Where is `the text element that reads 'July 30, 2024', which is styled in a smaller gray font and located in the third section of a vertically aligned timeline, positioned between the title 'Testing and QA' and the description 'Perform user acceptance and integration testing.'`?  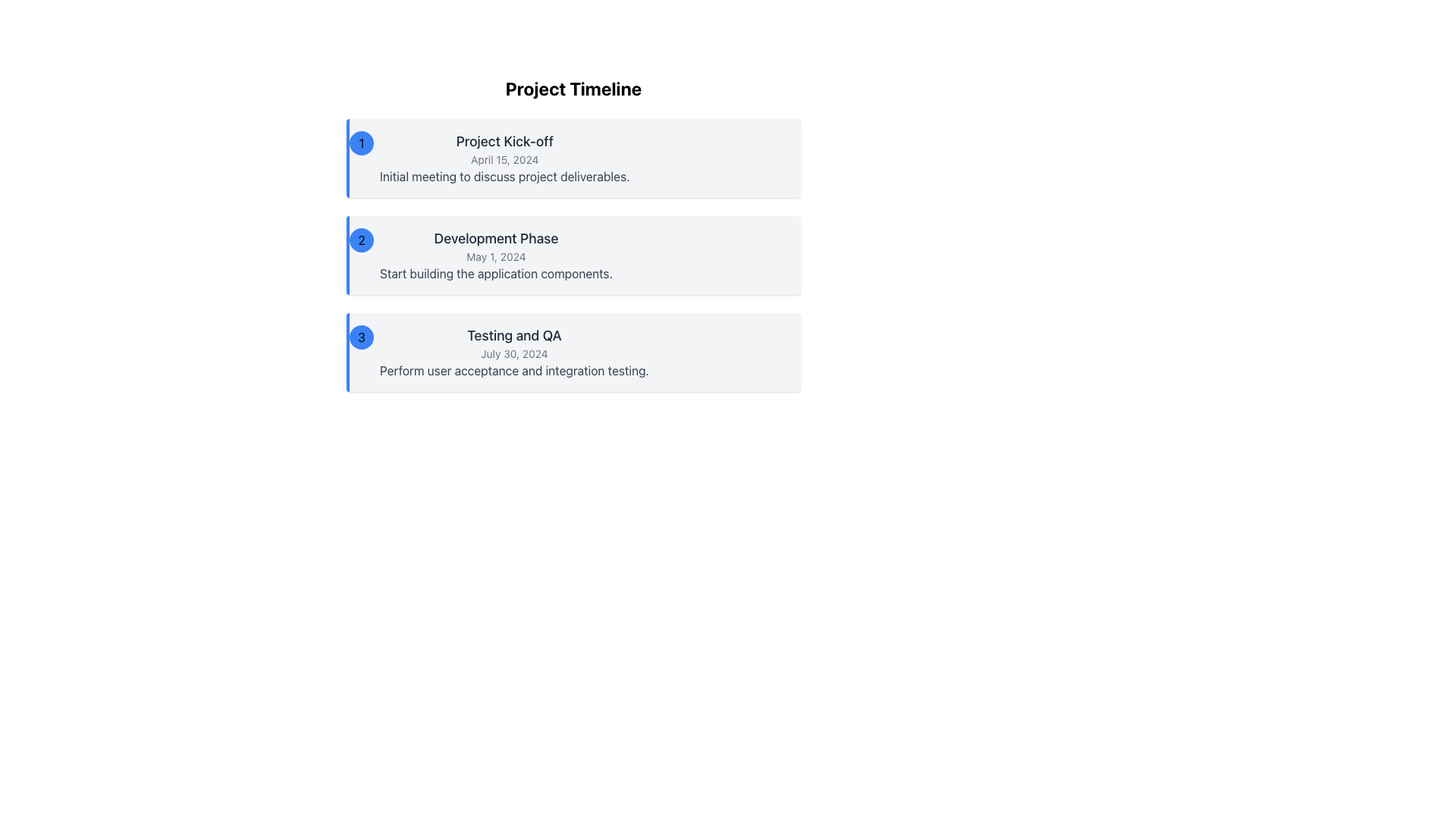
the text element that reads 'July 30, 2024', which is styled in a smaller gray font and located in the third section of a vertically aligned timeline, positioned between the title 'Testing and QA' and the description 'Perform user acceptance and integration testing.' is located at coordinates (514, 353).